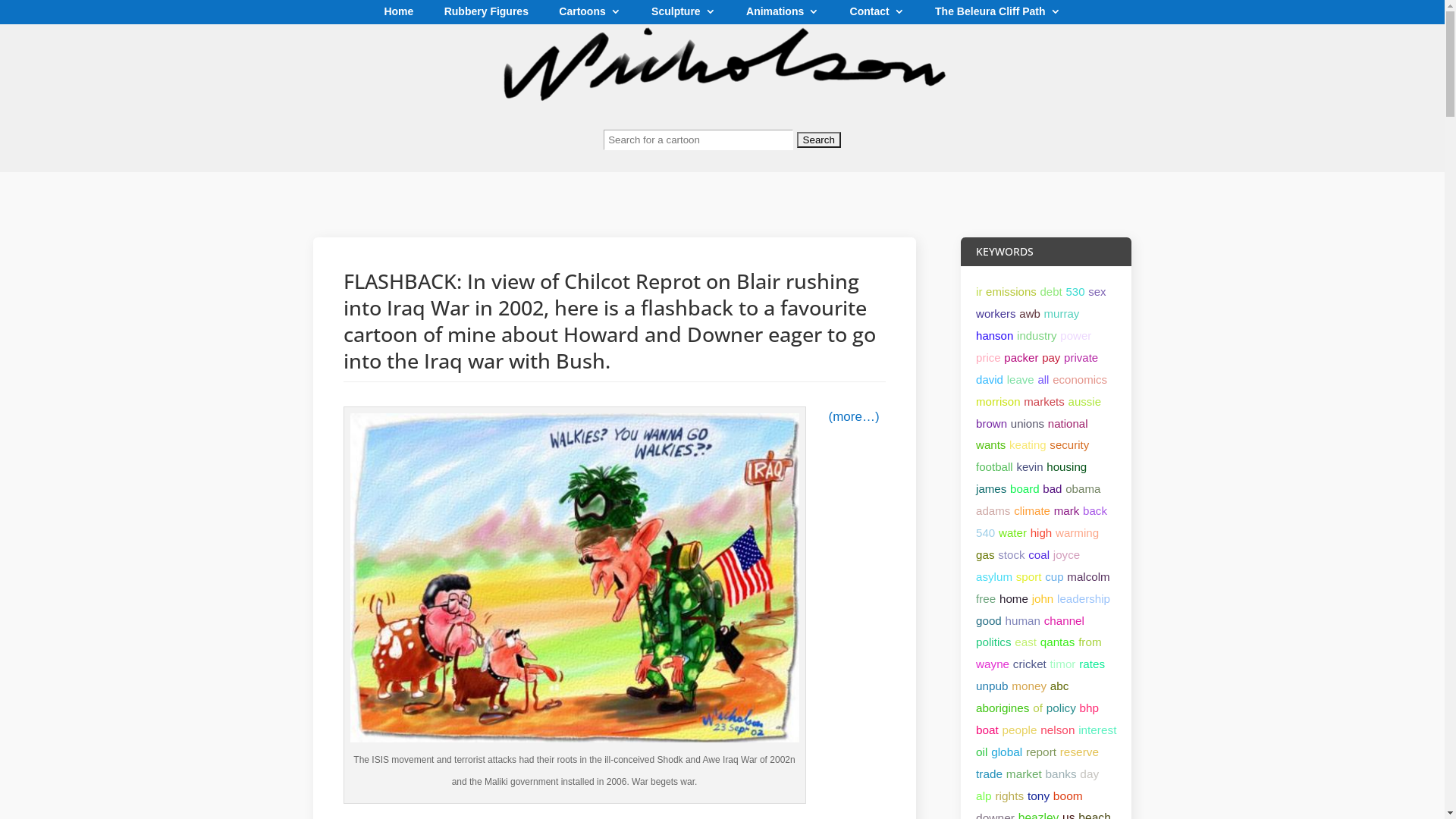  Describe the element at coordinates (1063, 620) in the screenshot. I see `'channel'` at that location.